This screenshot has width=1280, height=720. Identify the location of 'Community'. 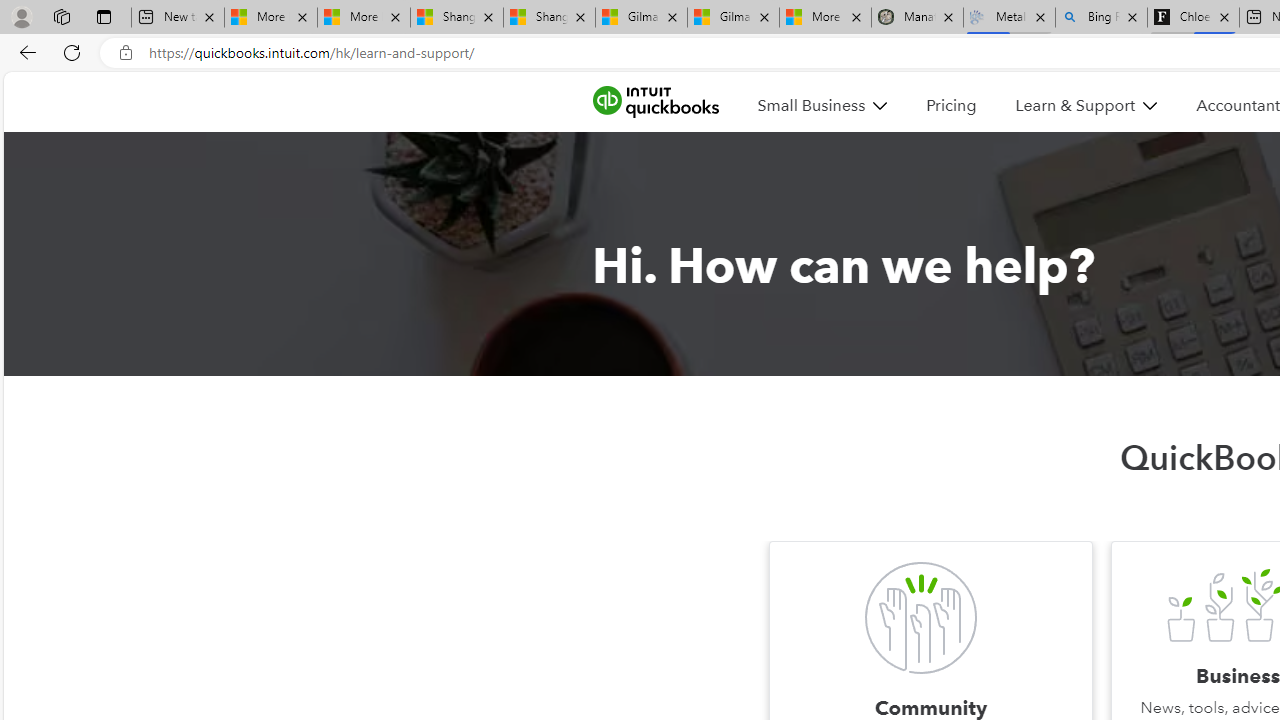
(919, 617).